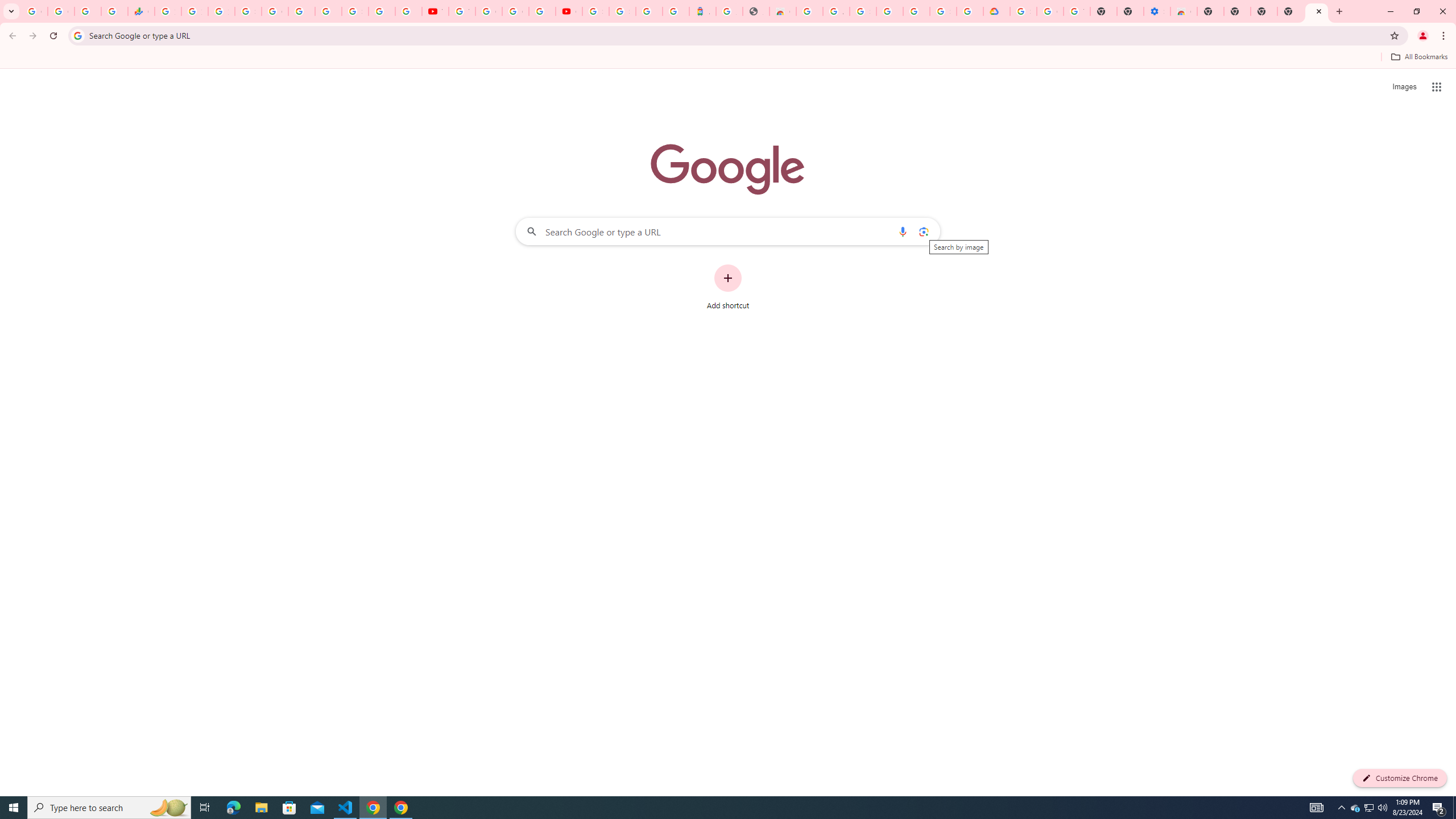 Image resolution: width=1456 pixels, height=819 pixels. What do you see at coordinates (728, 230) in the screenshot?
I see `'Search Google or type a URL'` at bounding box center [728, 230].